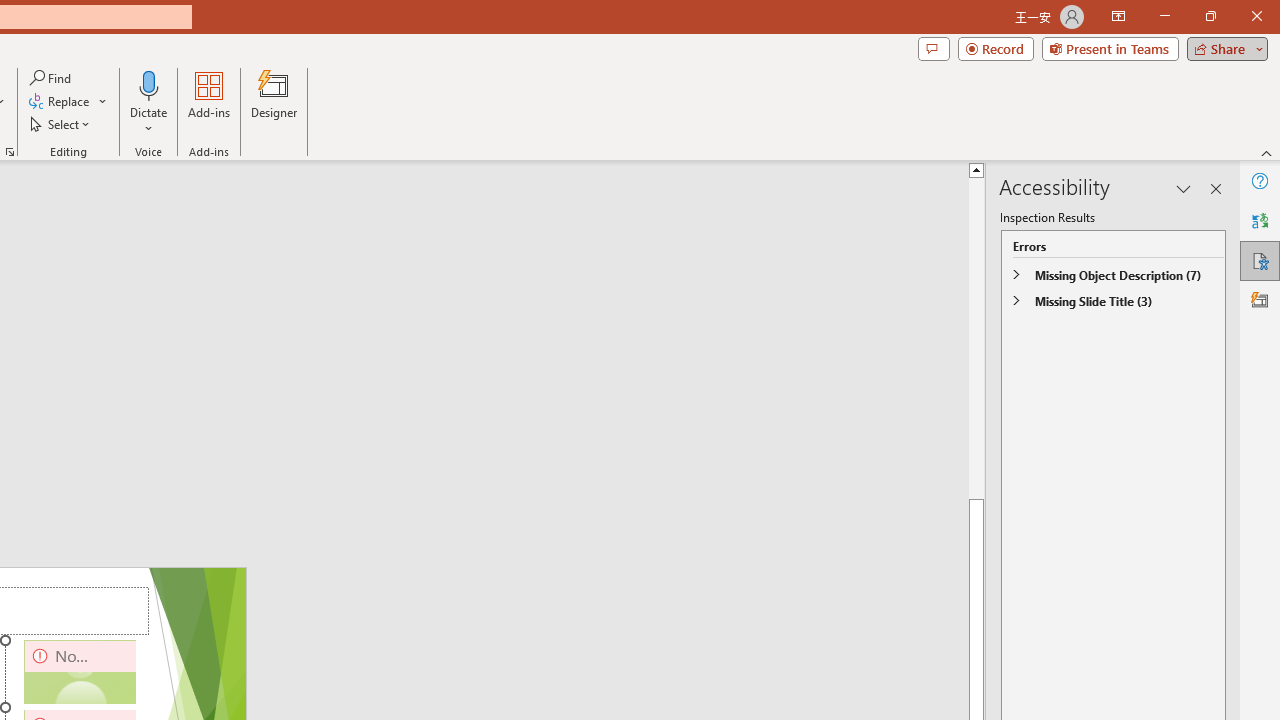 This screenshot has height=720, width=1280. Describe the element at coordinates (80, 672) in the screenshot. I see `'Camera 5, No camera detected.'` at that location.